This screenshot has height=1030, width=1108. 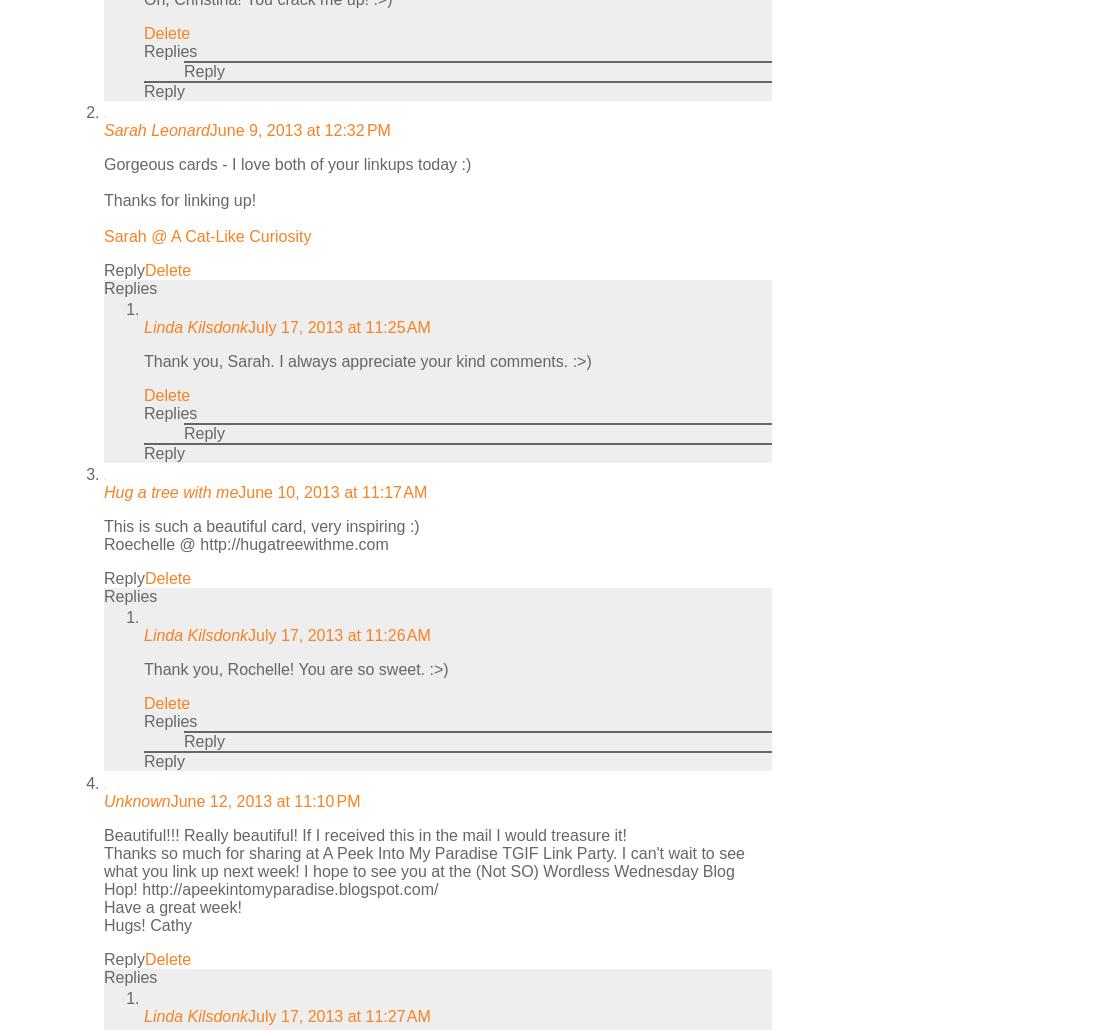 What do you see at coordinates (260, 526) in the screenshot?
I see `'This is such a beautiful card, very inspiring :)'` at bounding box center [260, 526].